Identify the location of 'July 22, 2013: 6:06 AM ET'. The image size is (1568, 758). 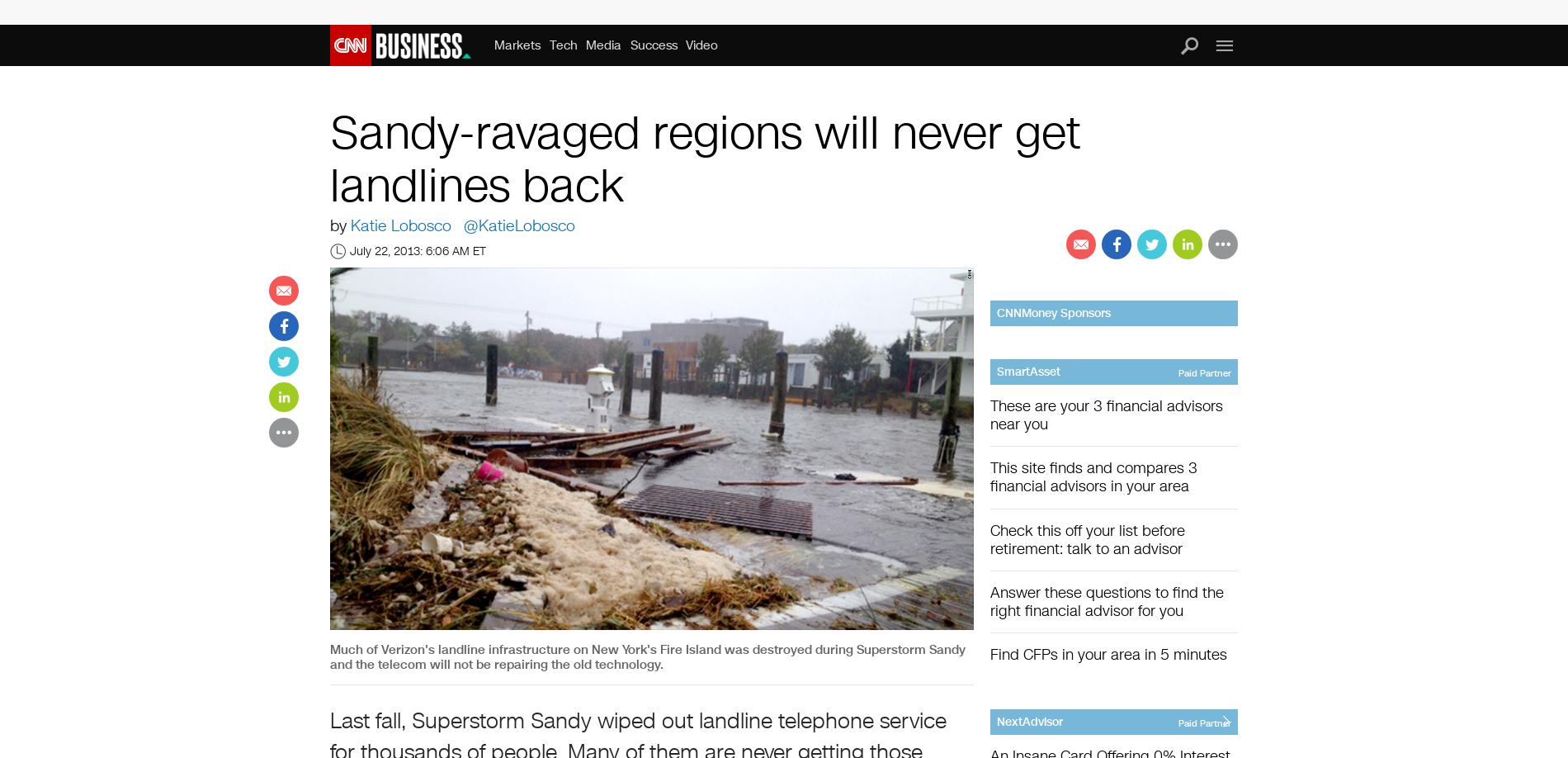
(418, 250).